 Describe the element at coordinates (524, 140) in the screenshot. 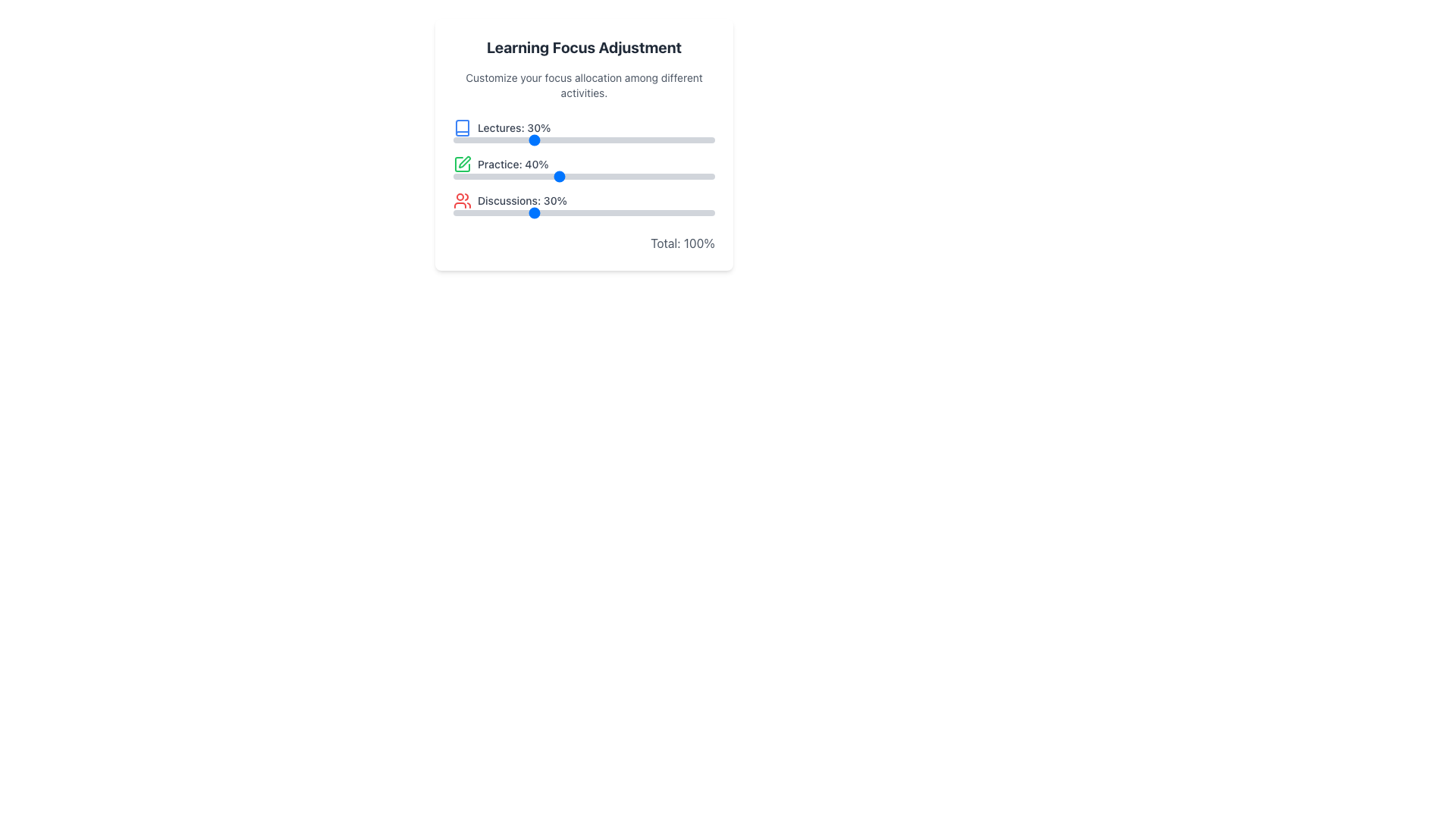

I see `the slider` at that location.